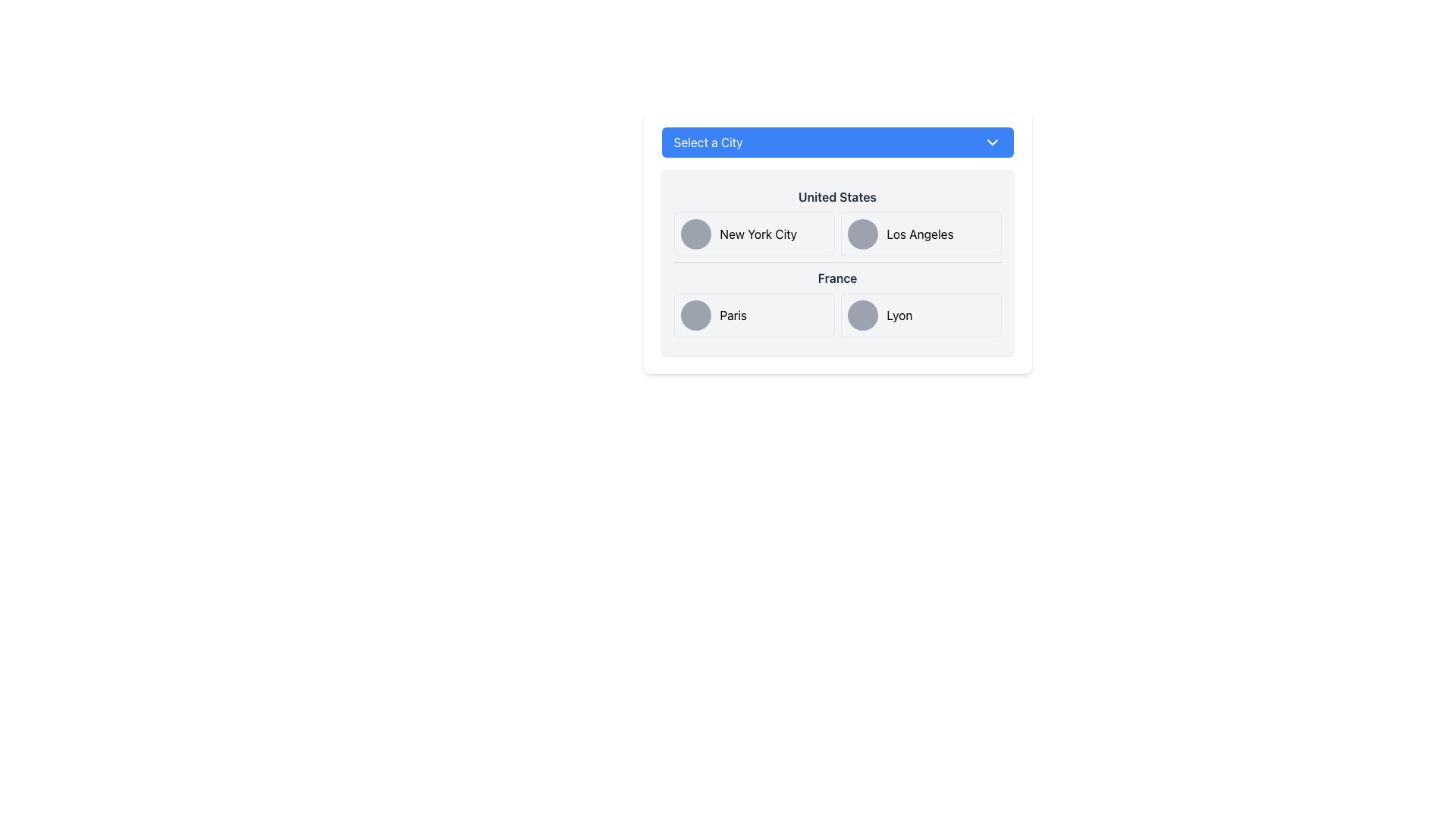 The image size is (1456, 819). What do you see at coordinates (919, 234) in the screenshot?
I see `the text label displaying 'Los Angeles', which is located within a rectangular button in the 'United States' section of the interface` at bounding box center [919, 234].